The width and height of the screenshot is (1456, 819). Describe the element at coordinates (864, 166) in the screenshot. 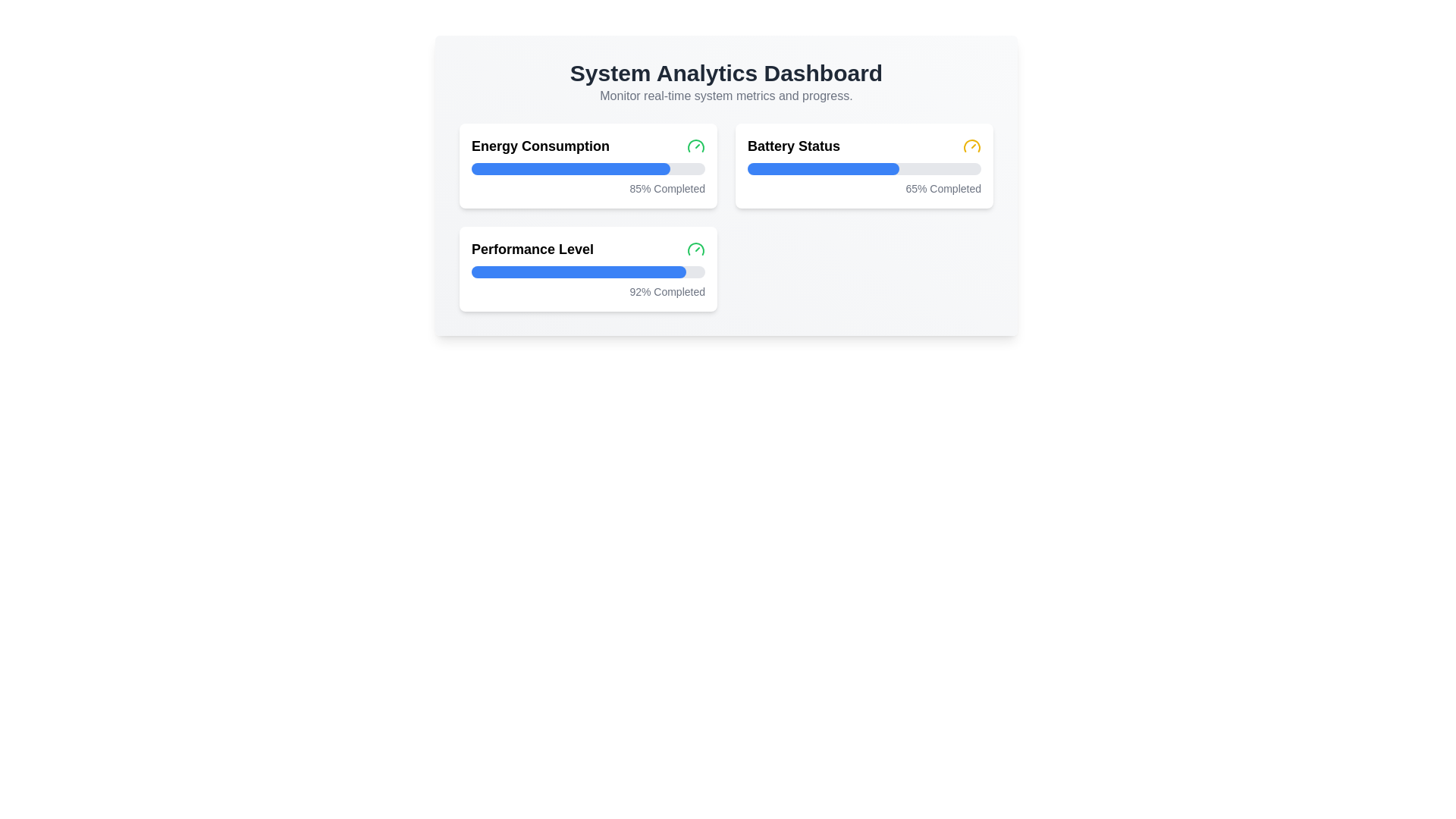

I see `progress information displayed on the battery status card, which includes a progress bar and percentage text, located in the first row, second column of the grid layout` at that location.